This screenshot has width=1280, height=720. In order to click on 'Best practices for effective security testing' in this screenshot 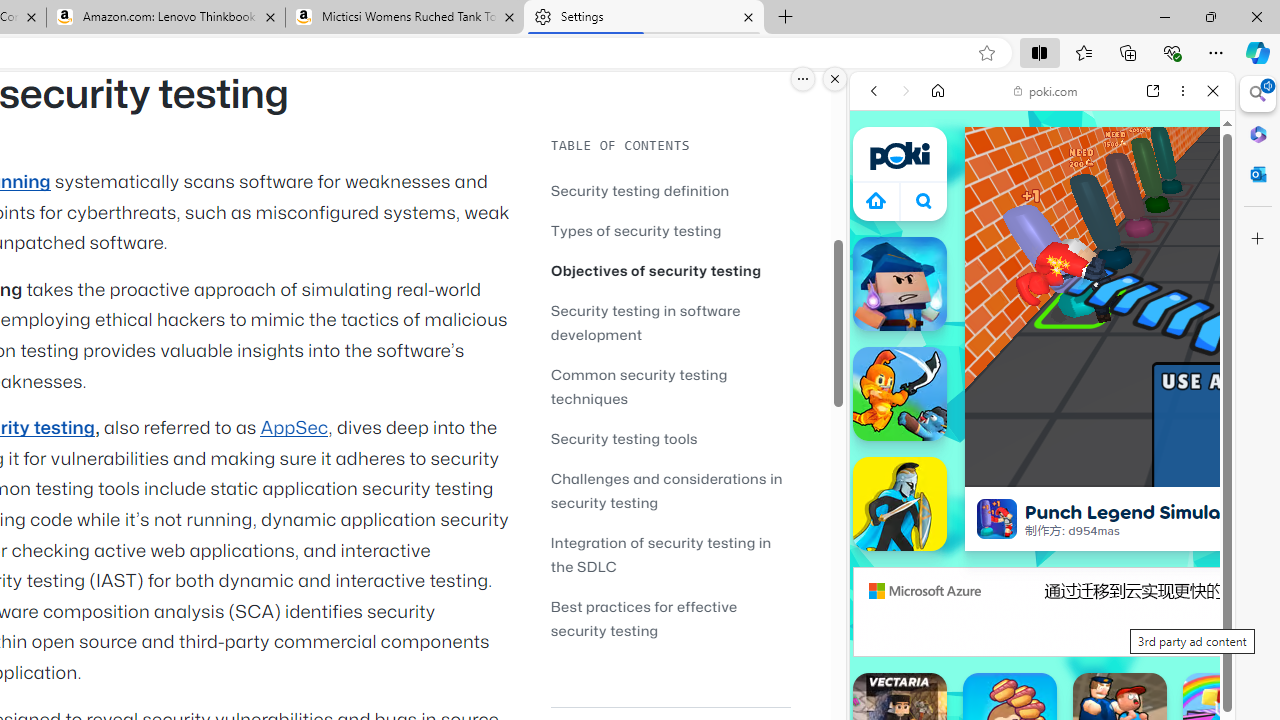, I will do `click(644, 617)`.